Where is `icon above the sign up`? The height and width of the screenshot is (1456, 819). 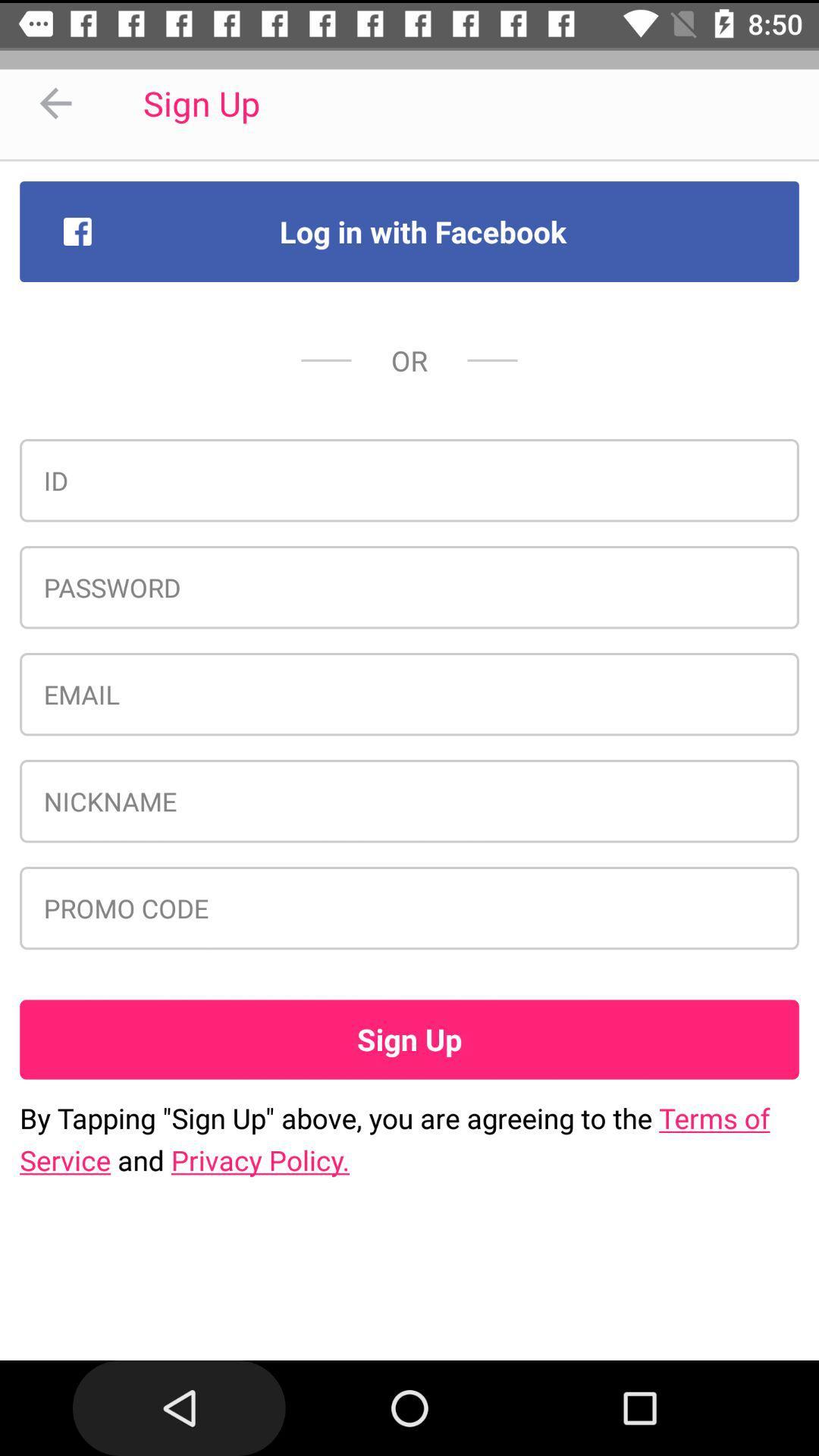
icon above the sign up is located at coordinates (409, 908).